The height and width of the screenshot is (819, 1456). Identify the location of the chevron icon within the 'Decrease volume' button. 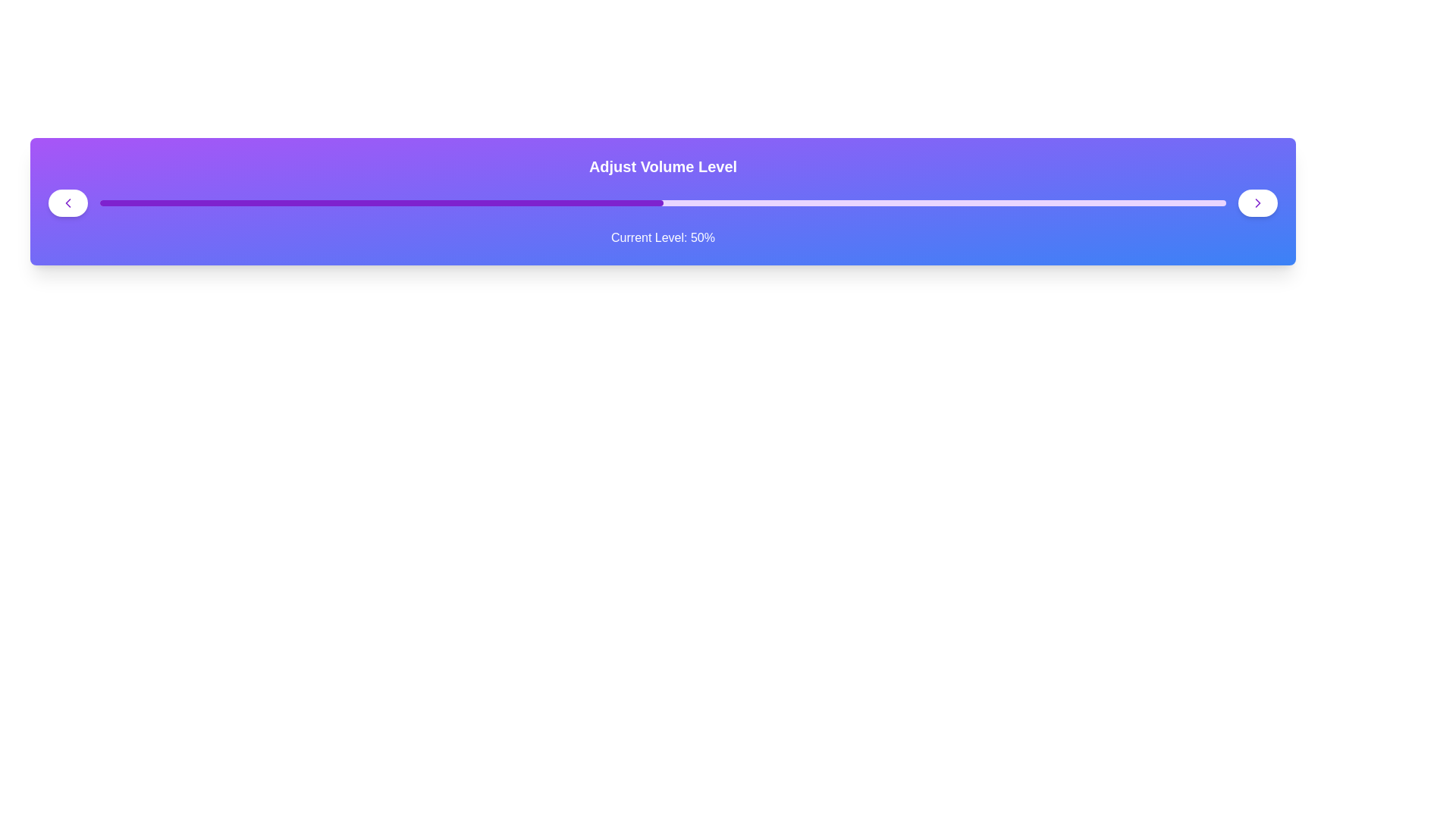
(67, 202).